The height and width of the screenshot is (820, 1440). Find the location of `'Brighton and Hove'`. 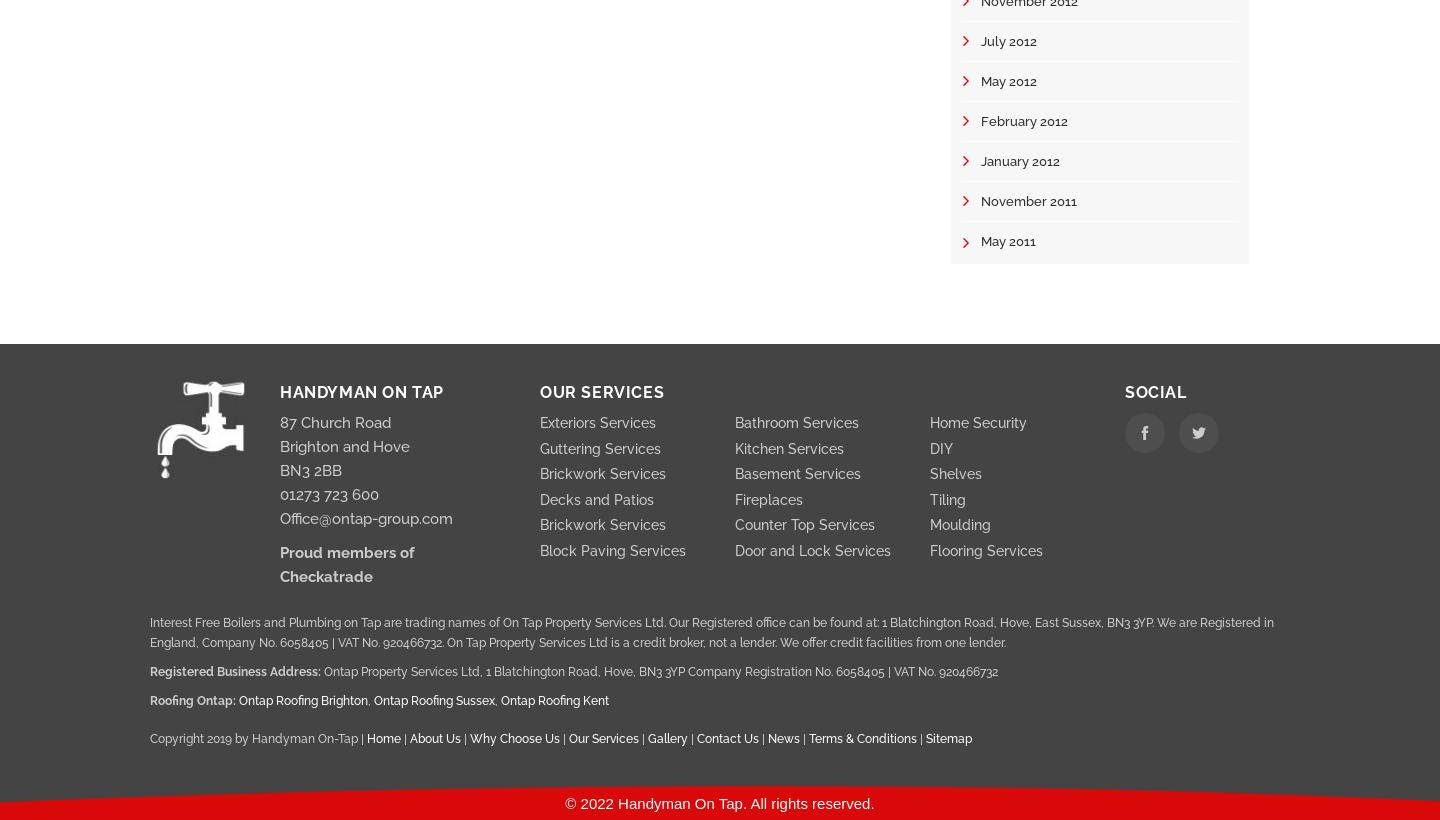

'Brighton and Hove' is located at coordinates (344, 445).